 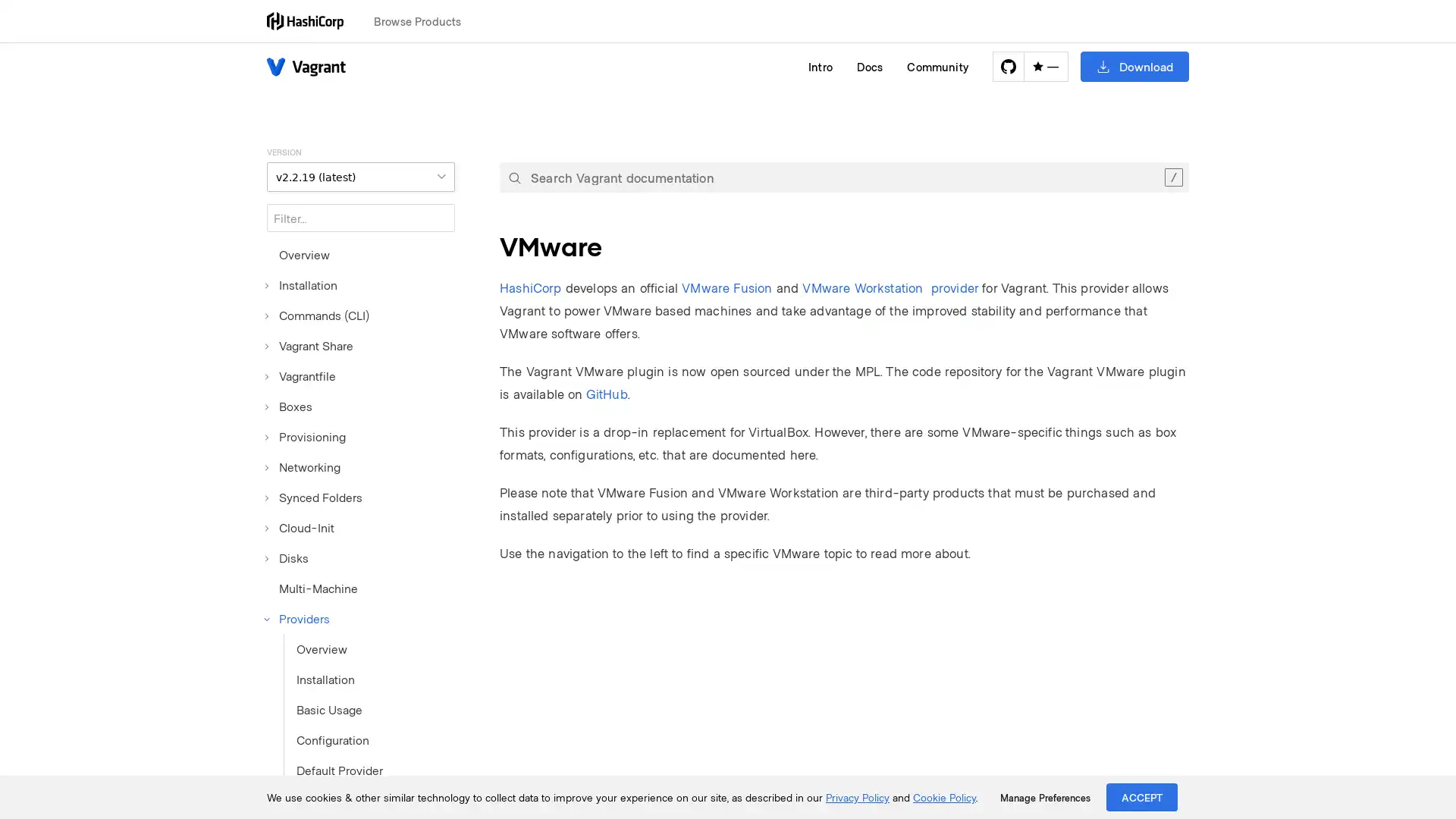 I want to click on ACCEPT, so click(x=1142, y=796).